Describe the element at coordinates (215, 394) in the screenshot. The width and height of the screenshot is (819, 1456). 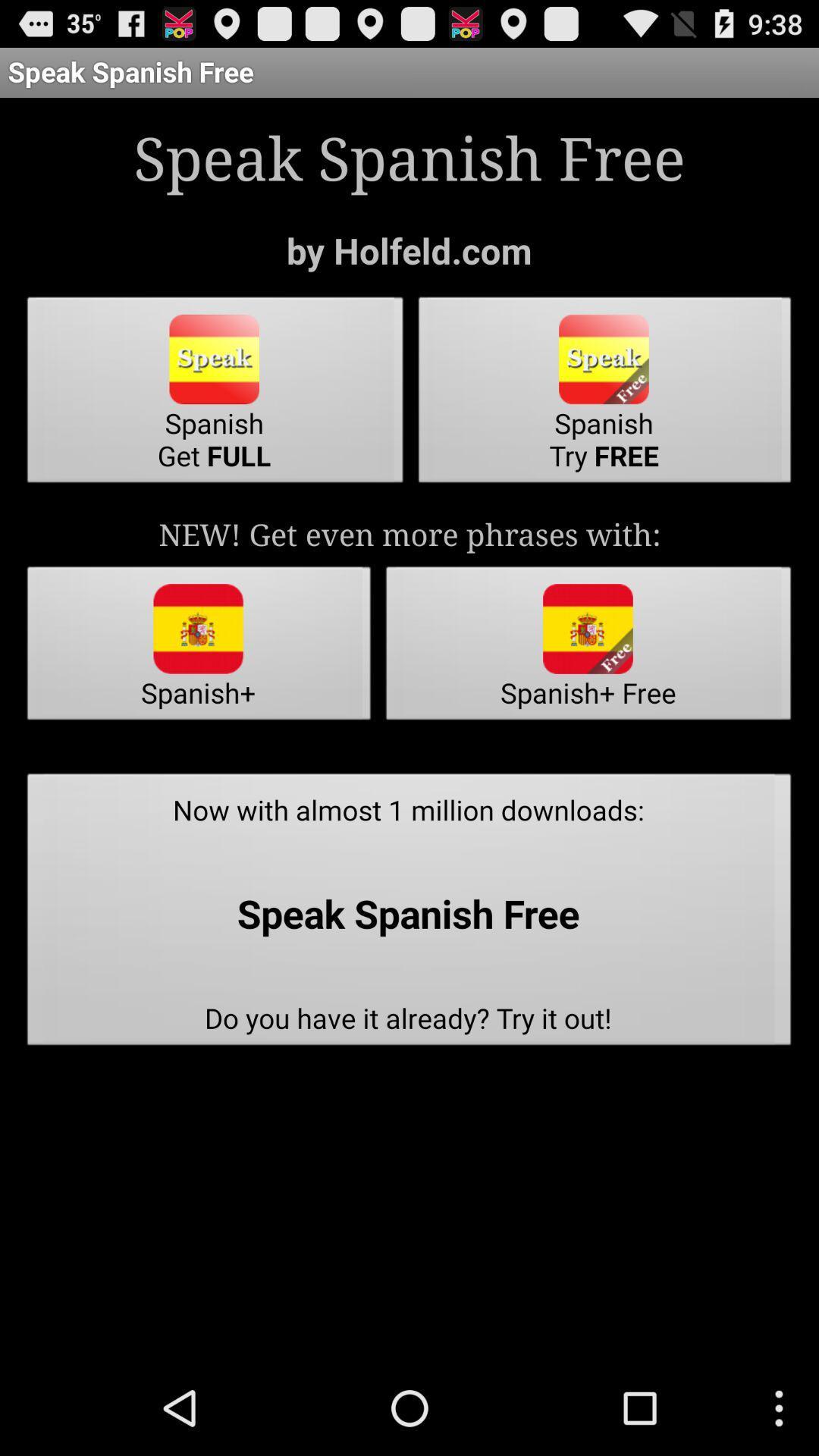
I see `the spanish` at that location.